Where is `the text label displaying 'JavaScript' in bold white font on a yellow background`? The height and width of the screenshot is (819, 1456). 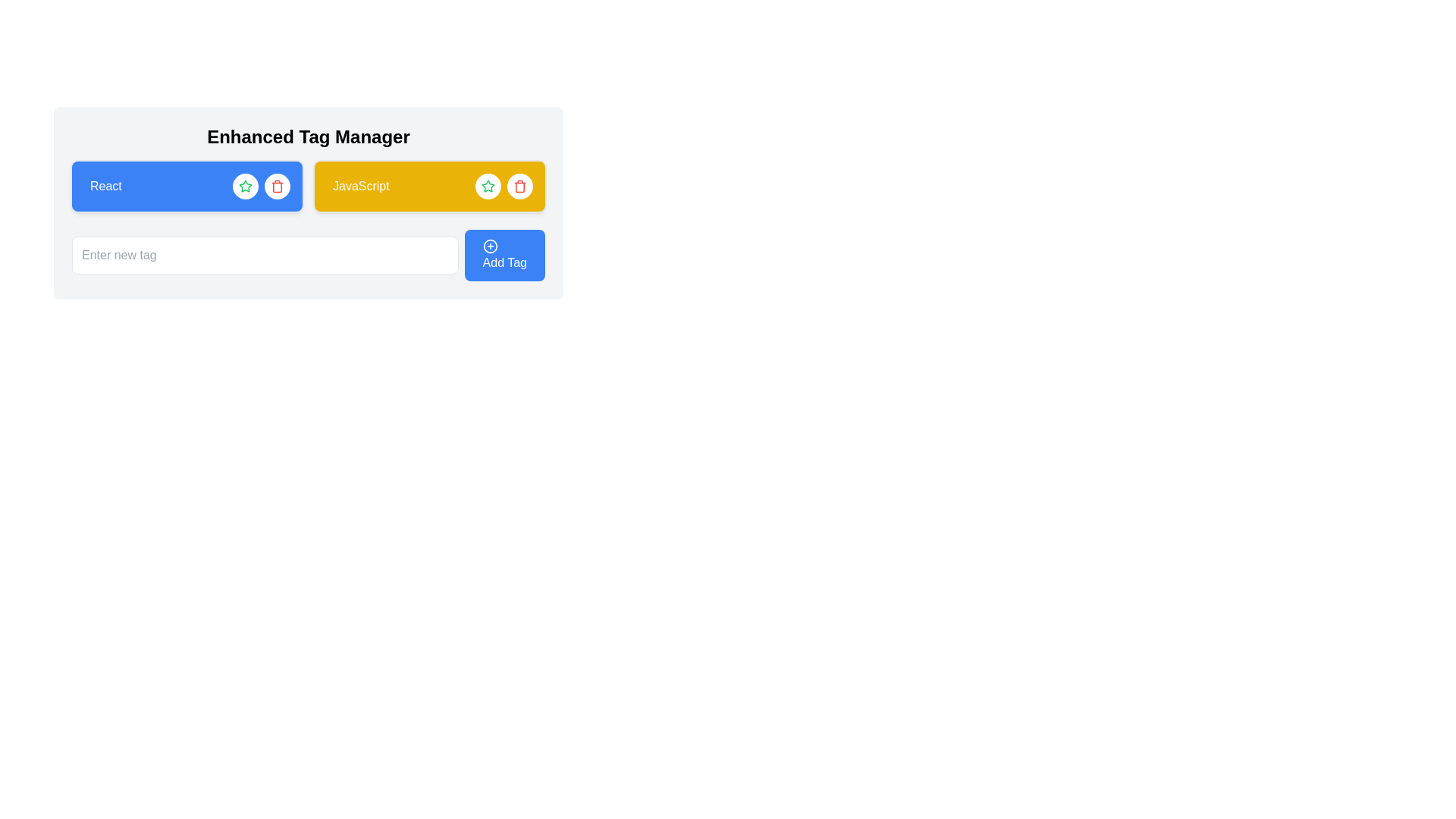
the text label displaying 'JavaScript' in bold white font on a yellow background is located at coordinates (360, 186).